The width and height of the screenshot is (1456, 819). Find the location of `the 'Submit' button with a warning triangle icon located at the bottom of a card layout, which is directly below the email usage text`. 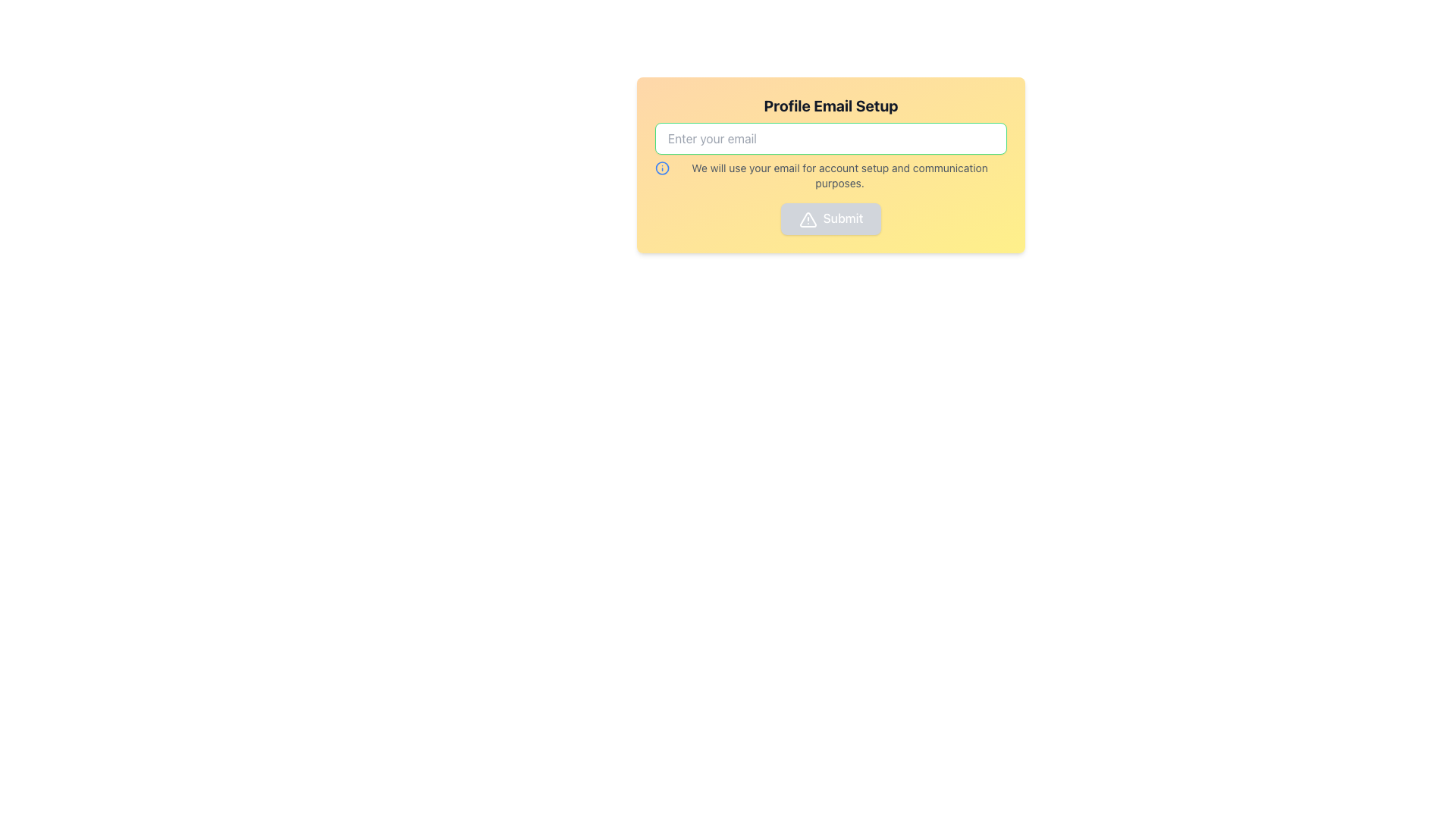

the 'Submit' button with a warning triangle icon located at the bottom of a card layout, which is directly below the email usage text is located at coordinates (830, 218).